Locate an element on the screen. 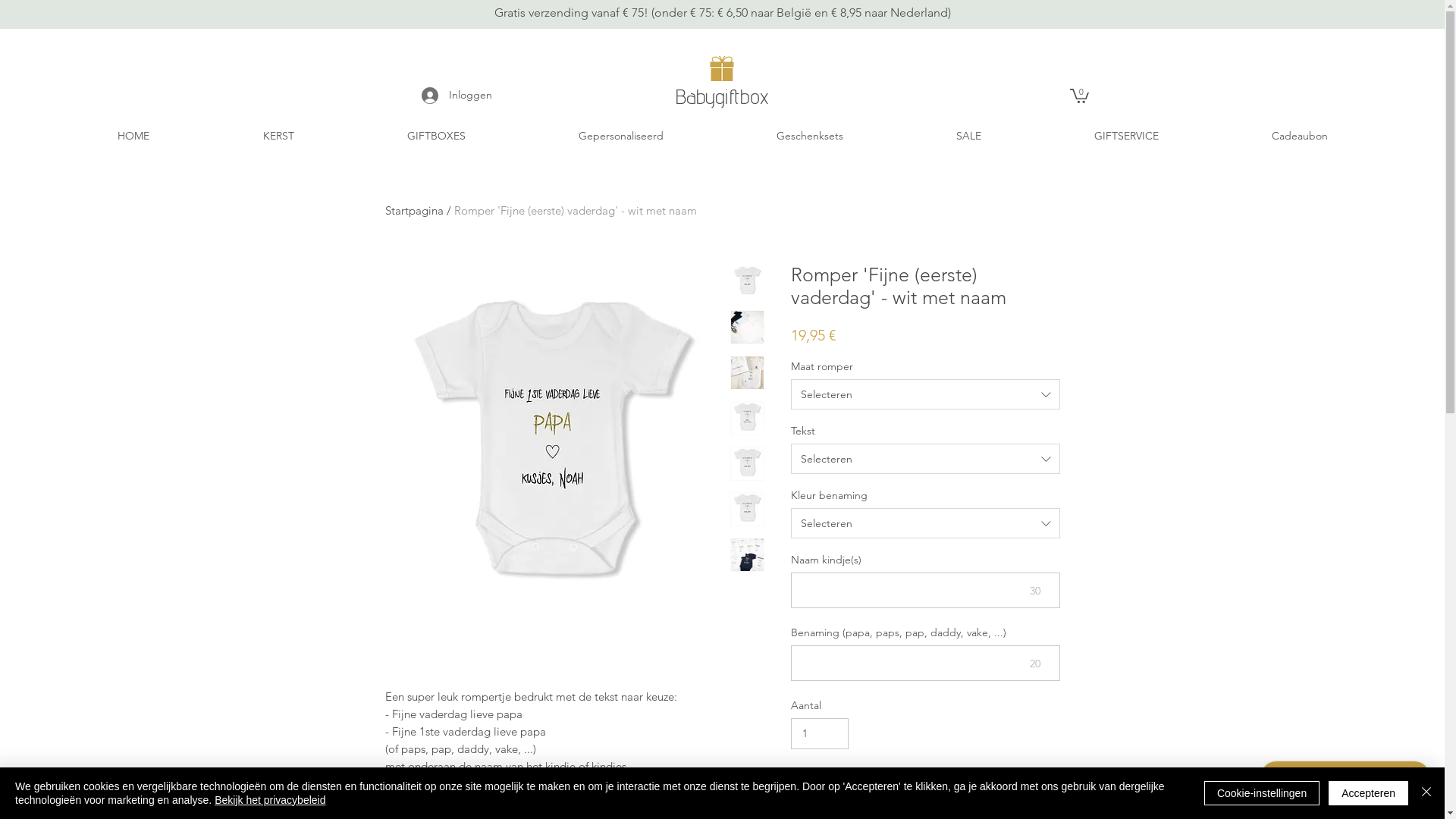 The height and width of the screenshot is (819, 1456). 'GIFTSERVICE' is located at coordinates (1125, 135).